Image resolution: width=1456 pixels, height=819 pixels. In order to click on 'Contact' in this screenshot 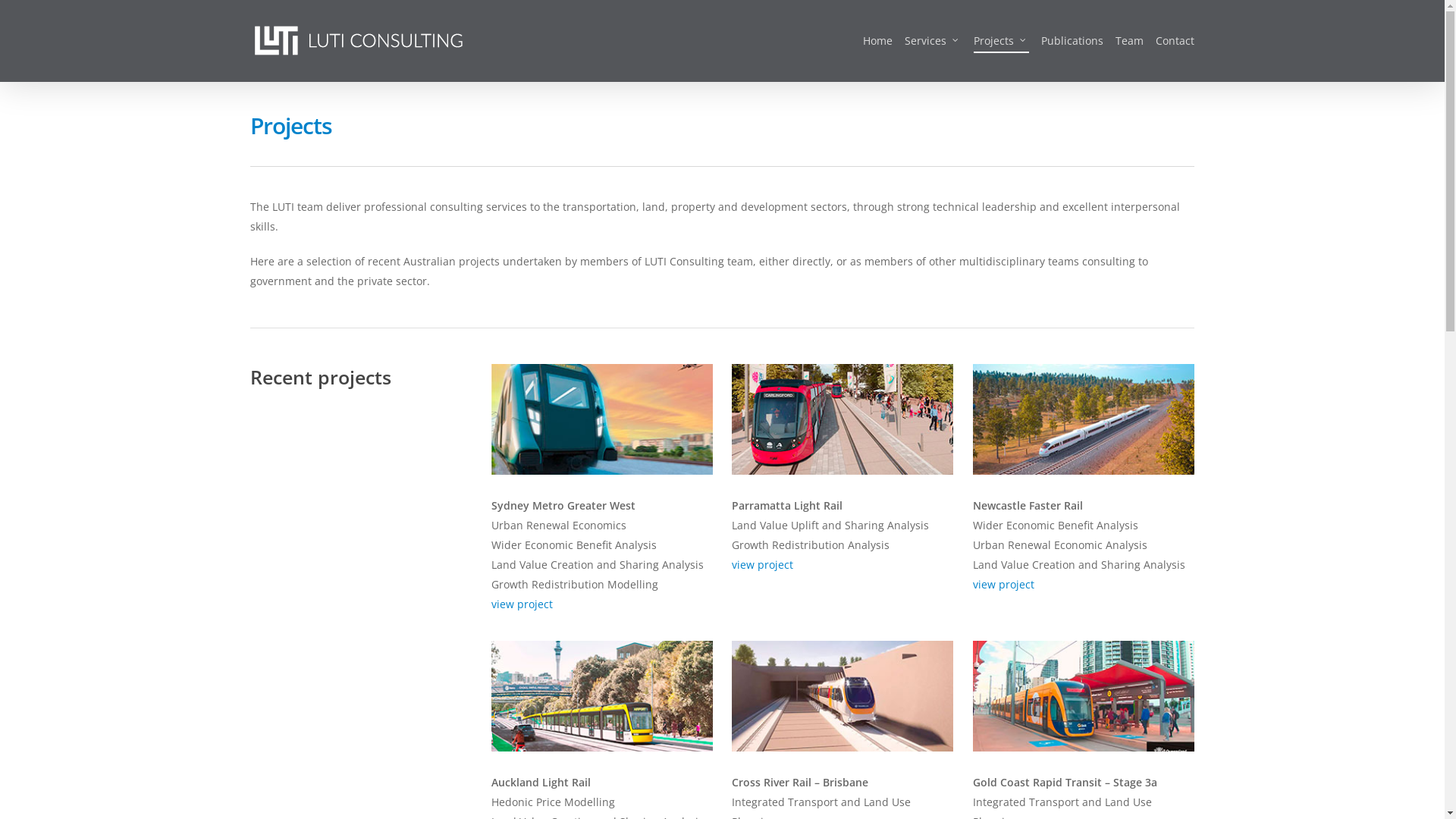, I will do `click(1154, 40)`.